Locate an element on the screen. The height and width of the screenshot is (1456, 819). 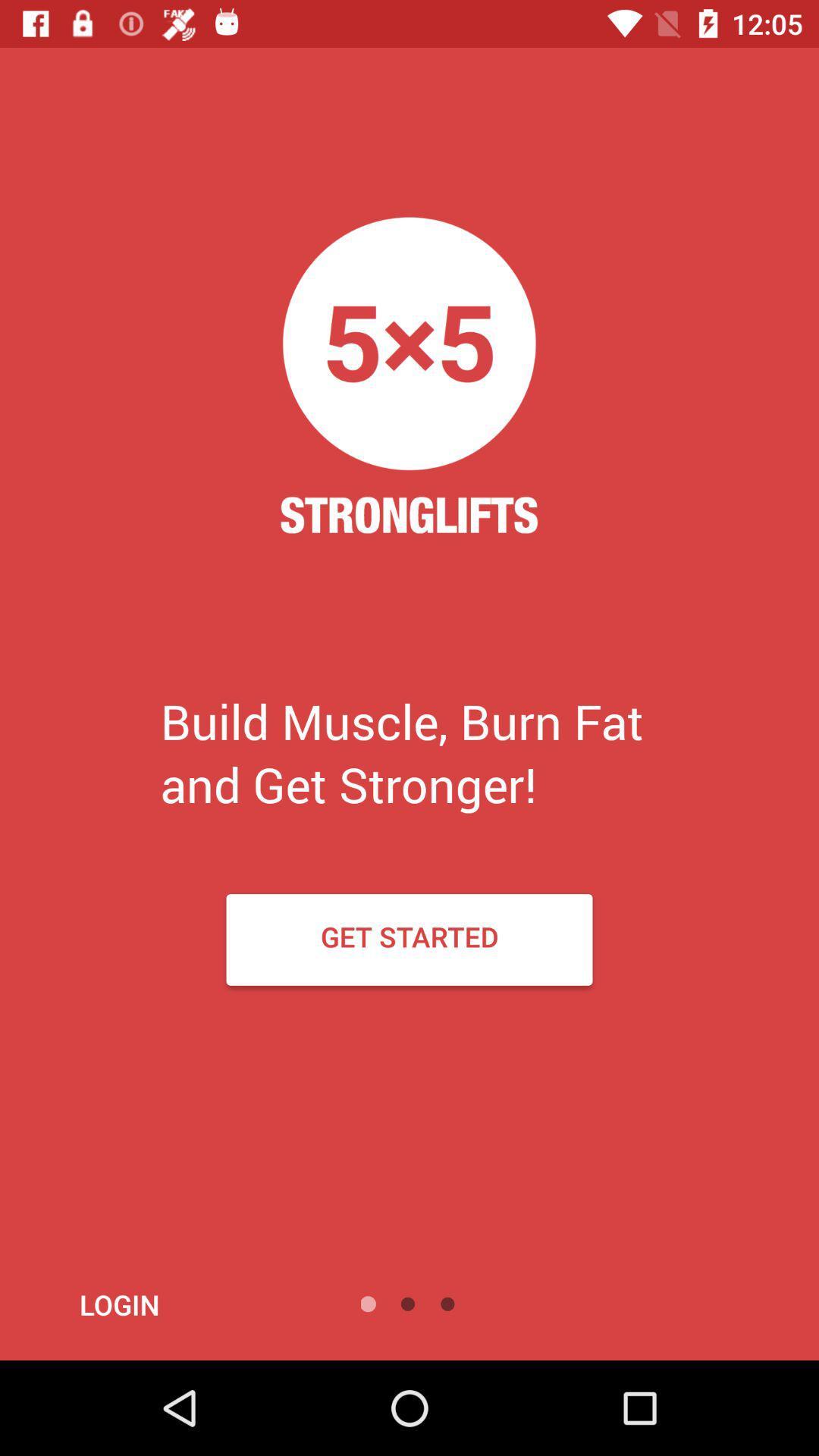
login at the bottom left corner is located at coordinates (160, 1304).